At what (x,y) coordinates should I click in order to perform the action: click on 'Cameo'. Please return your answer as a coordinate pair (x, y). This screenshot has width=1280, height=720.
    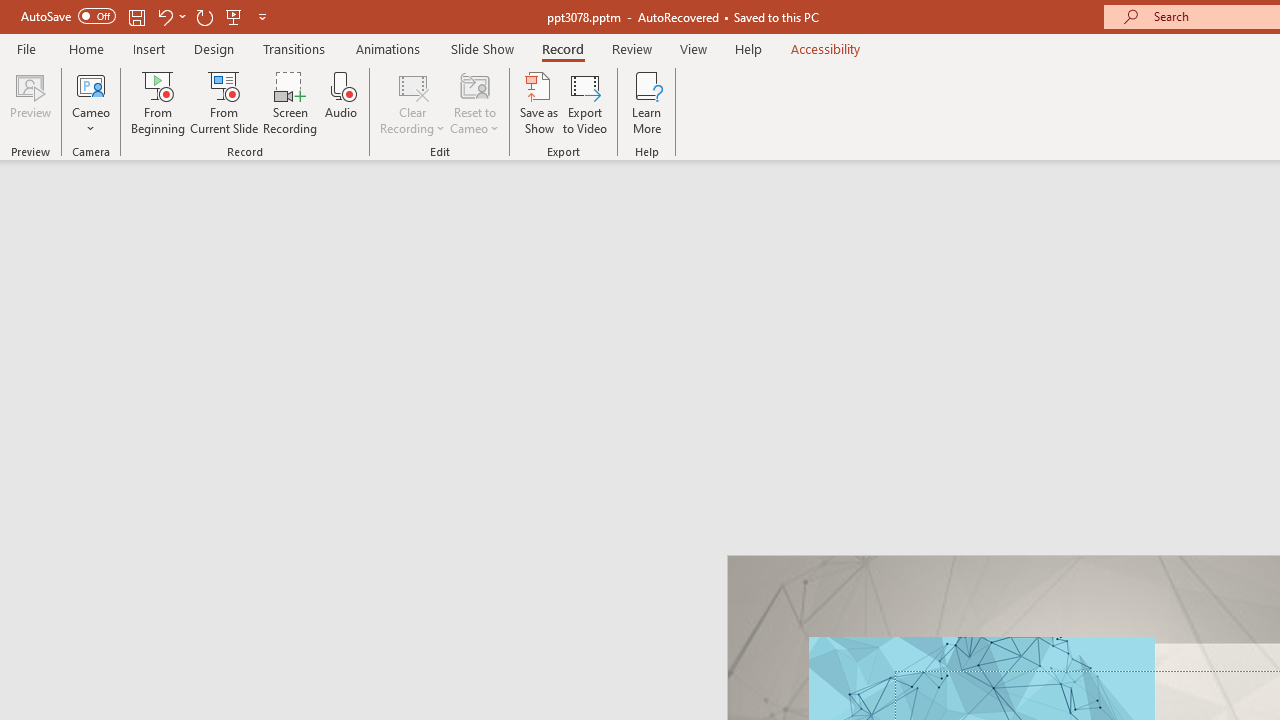
    Looking at the image, I should click on (90, 84).